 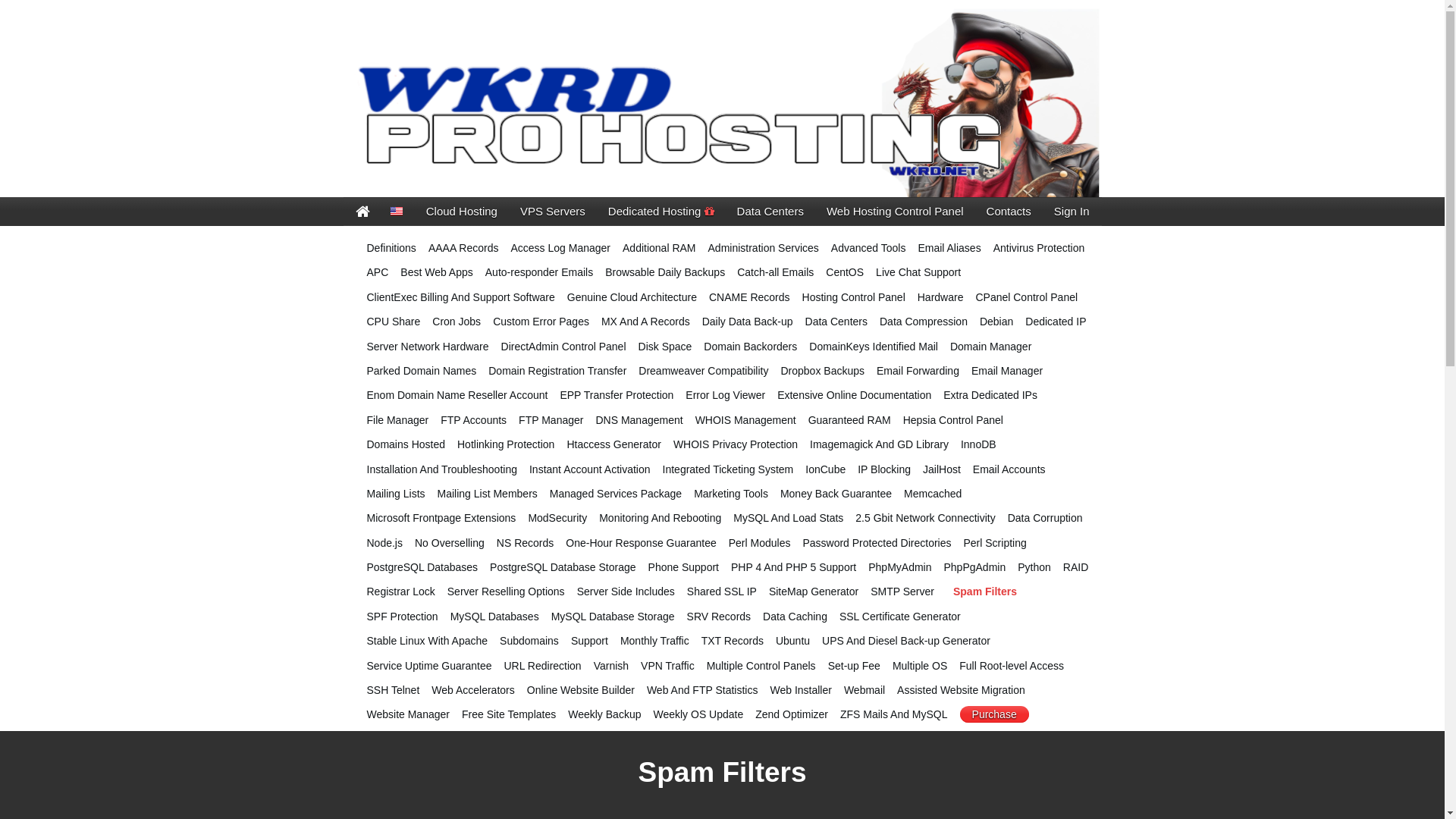 I want to click on 'Online Website Builder', so click(x=527, y=690).